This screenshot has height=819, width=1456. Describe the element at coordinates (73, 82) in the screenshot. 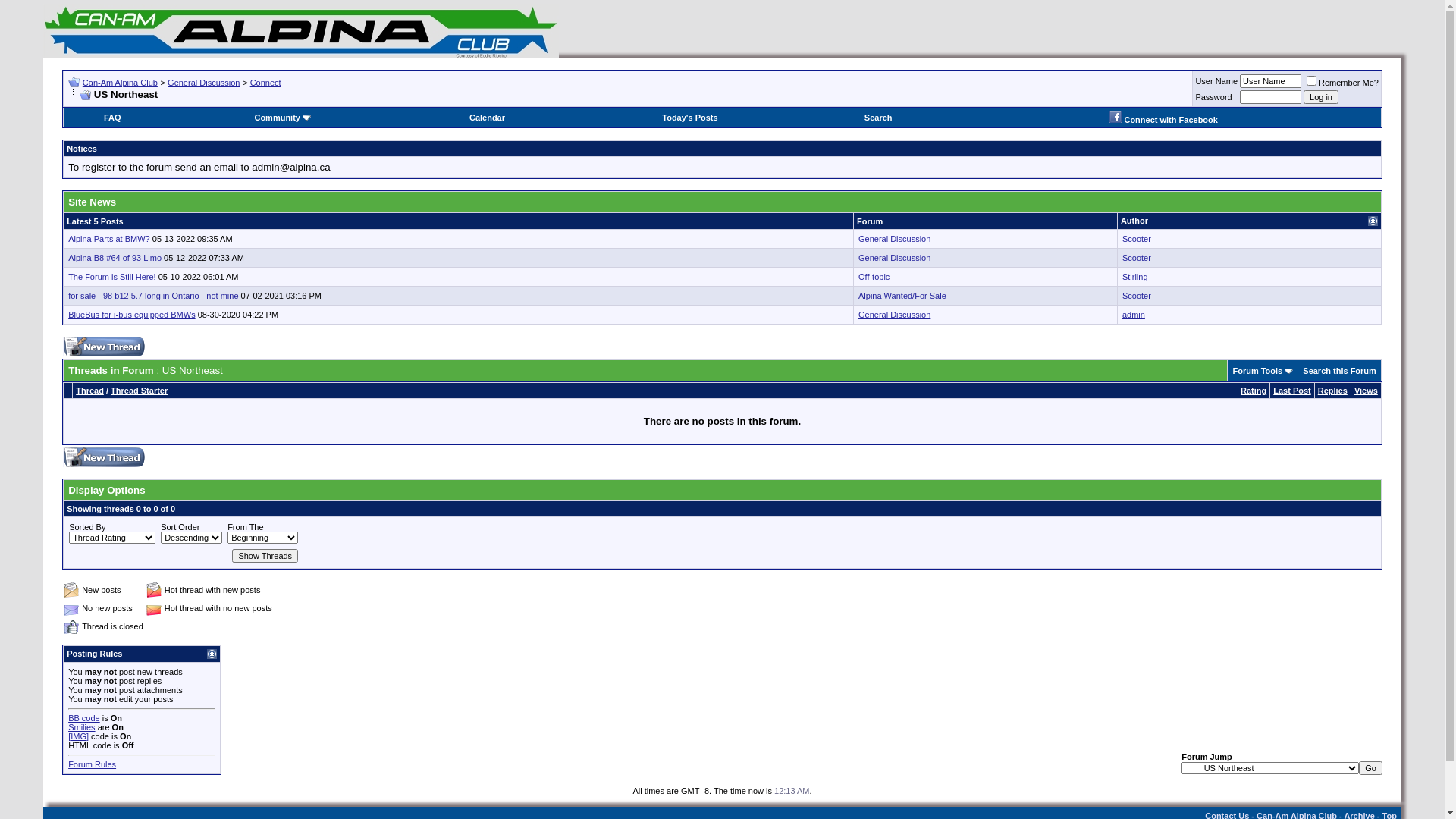

I see `'Go Back'` at that location.